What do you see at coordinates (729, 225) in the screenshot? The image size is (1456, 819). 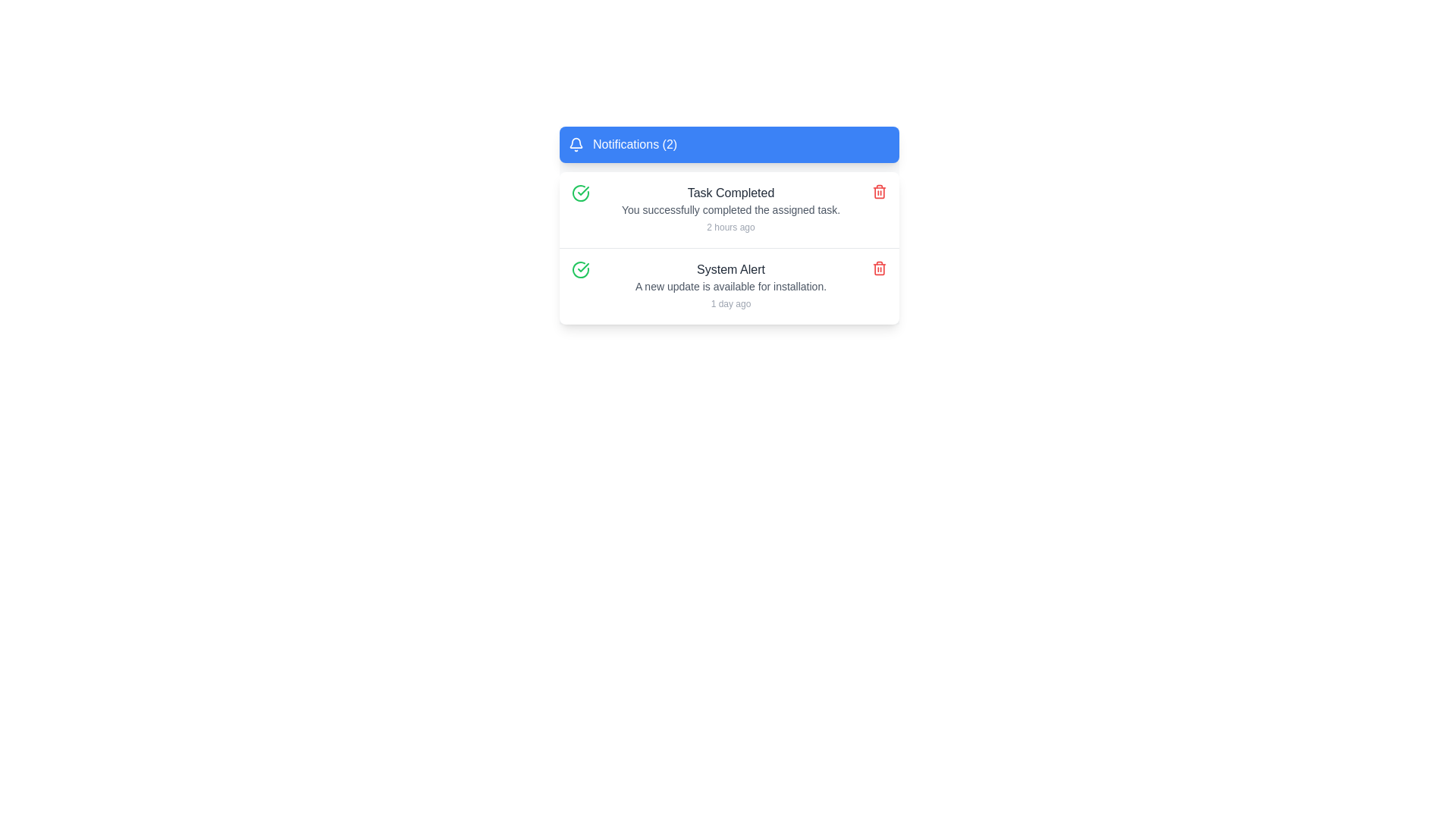 I see `contents of the Notification panel displaying 'Notifications (2)' with notifications 'Task Completed' and 'System Alert'` at bounding box center [729, 225].